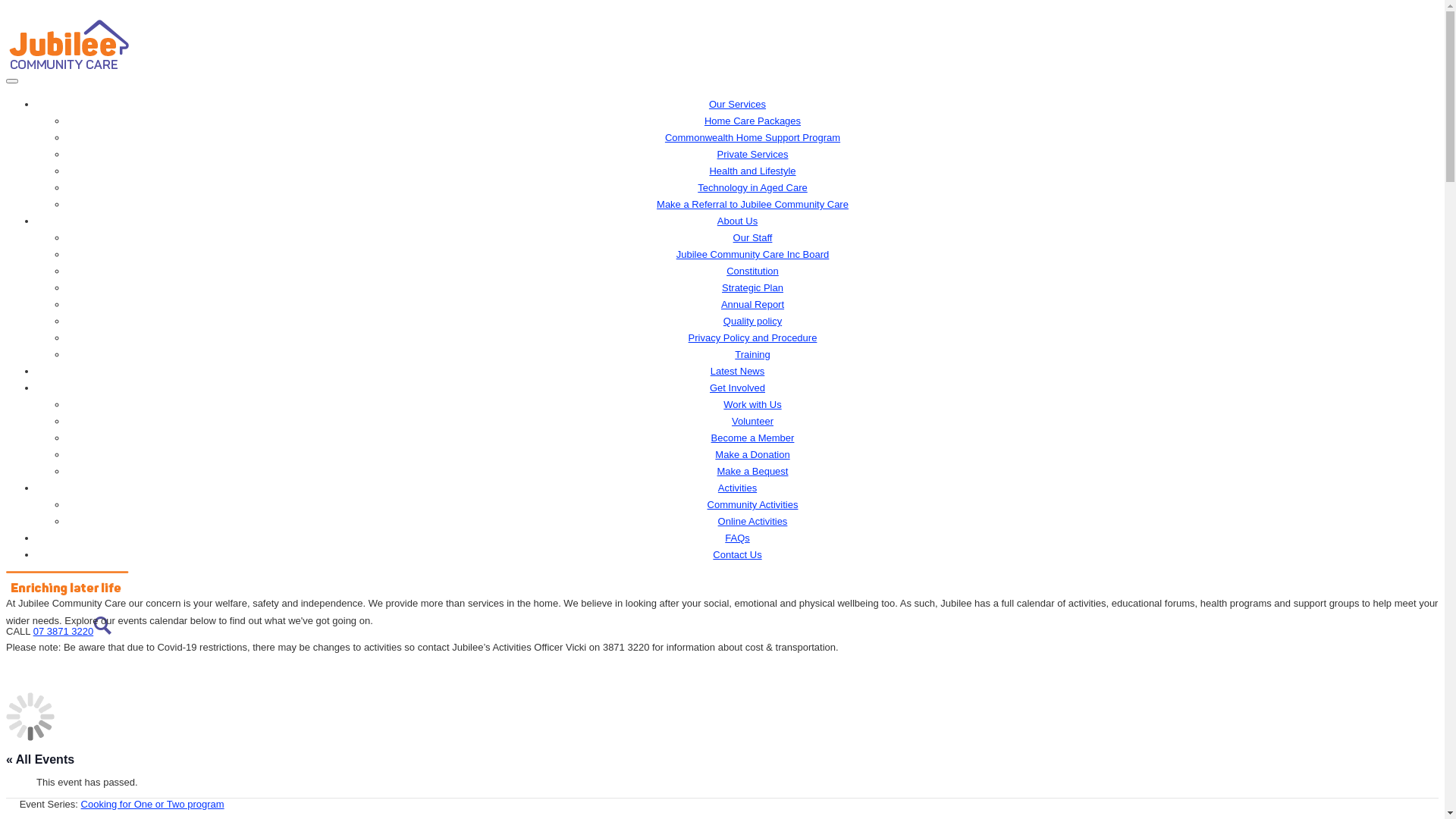 The image size is (1456, 819). What do you see at coordinates (752, 270) in the screenshot?
I see `'Constitution'` at bounding box center [752, 270].